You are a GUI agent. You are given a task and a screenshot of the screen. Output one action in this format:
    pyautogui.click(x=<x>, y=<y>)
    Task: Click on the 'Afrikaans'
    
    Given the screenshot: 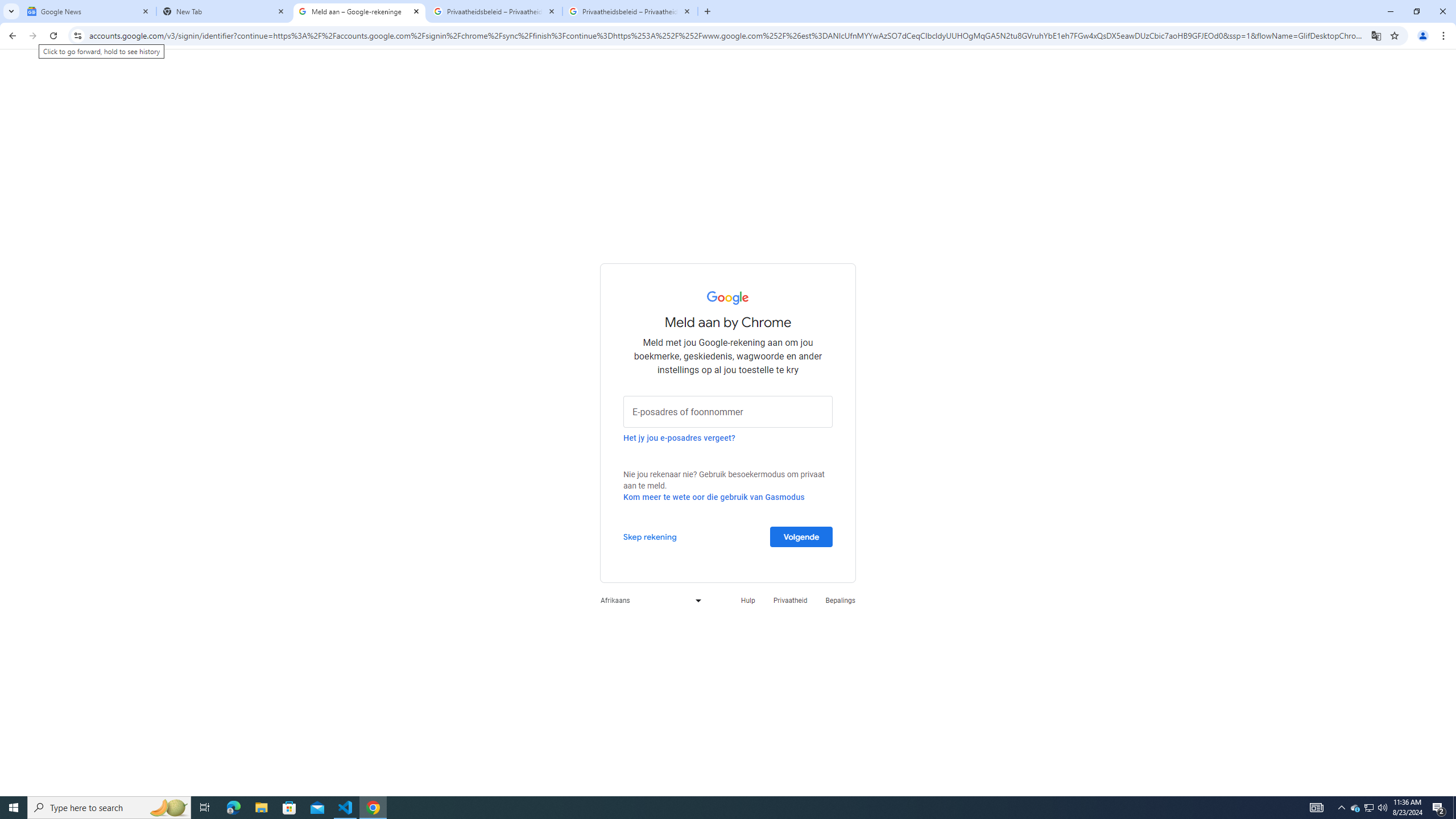 What is the action you would take?
    pyautogui.click(x=647, y=599)
    